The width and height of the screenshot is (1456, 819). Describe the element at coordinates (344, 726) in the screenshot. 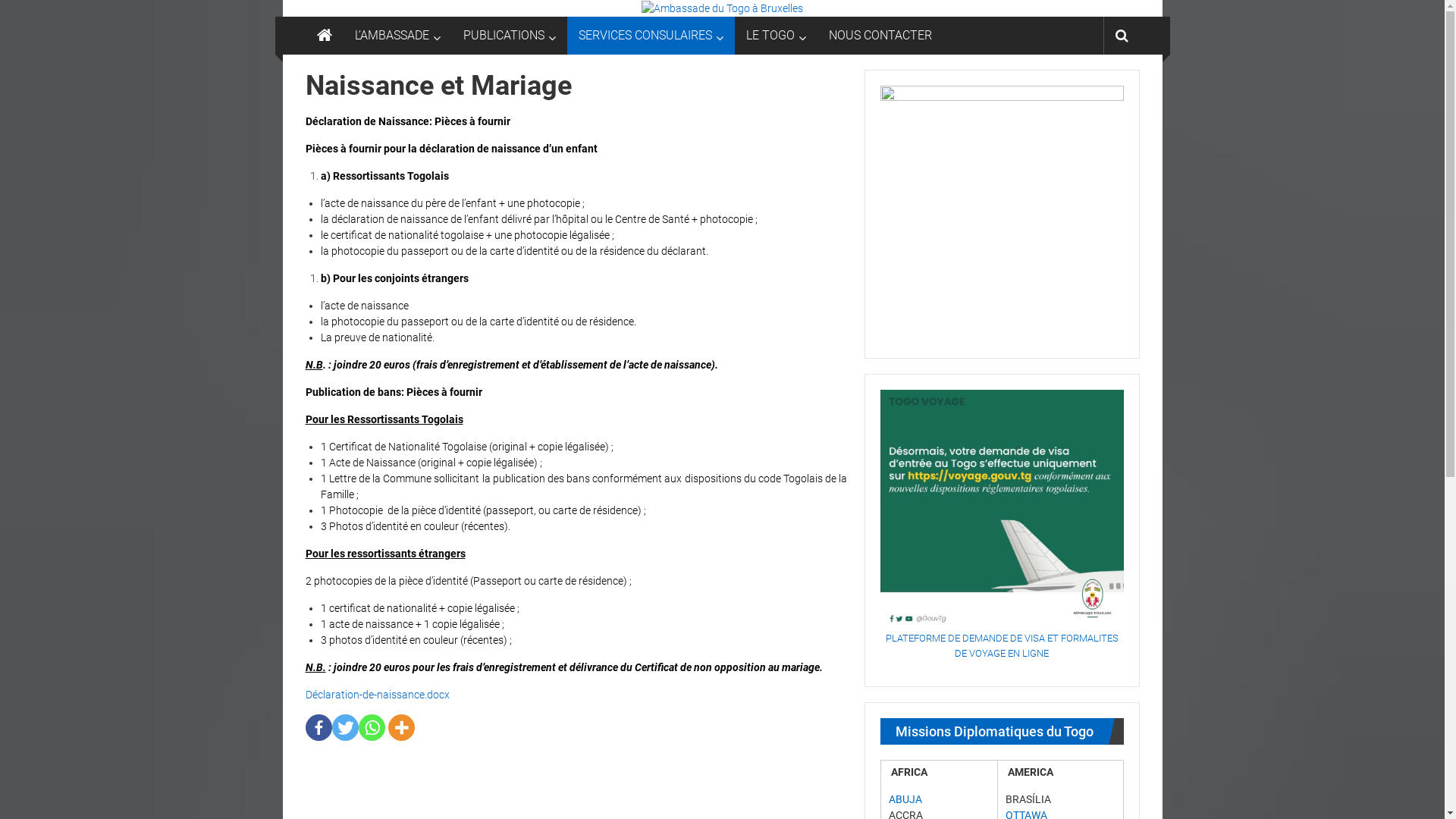

I see `'Twitter'` at that location.